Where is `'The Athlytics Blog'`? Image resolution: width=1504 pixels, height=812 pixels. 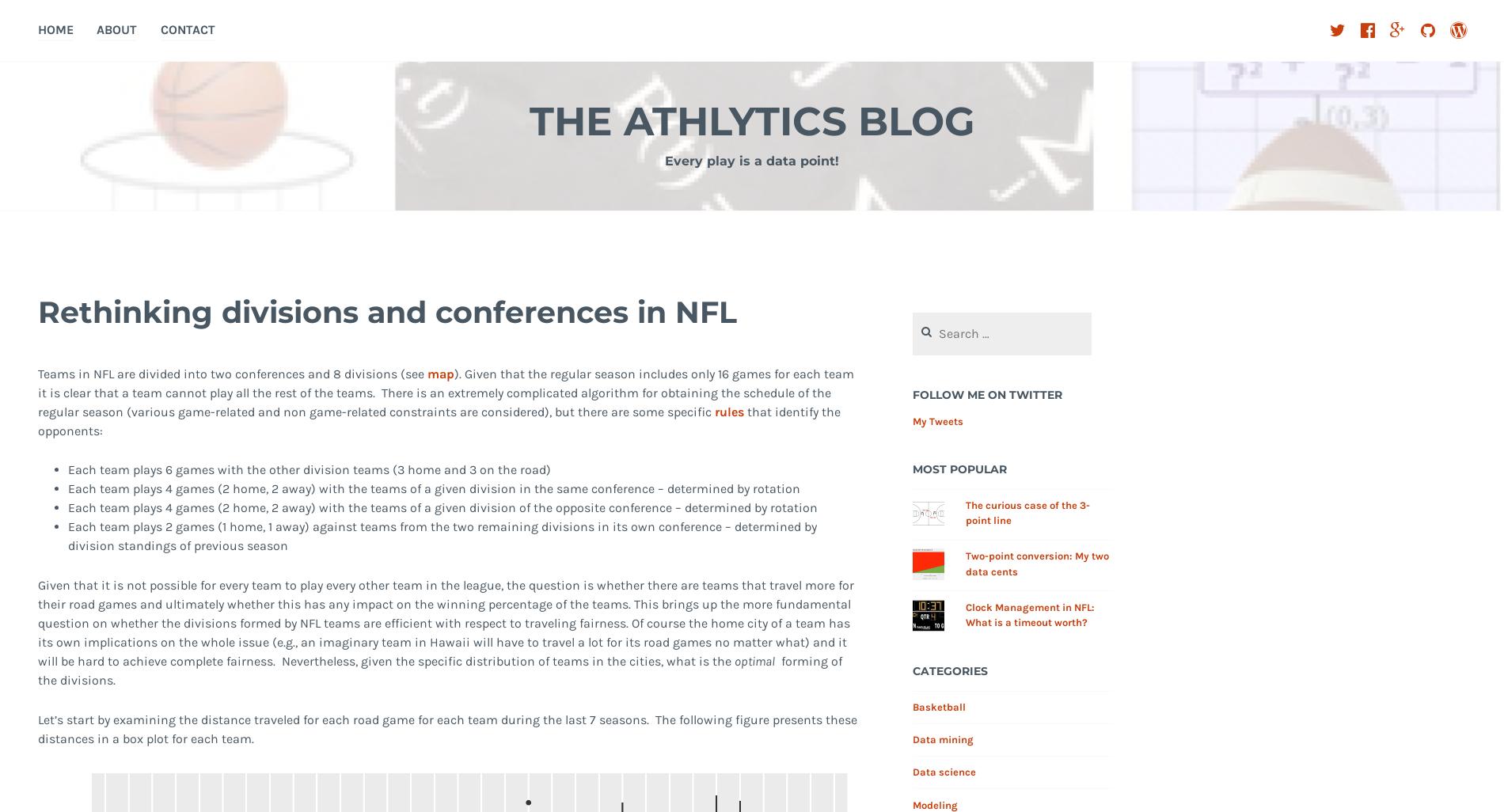
'The Athlytics Blog' is located at coordinates (529, 121).